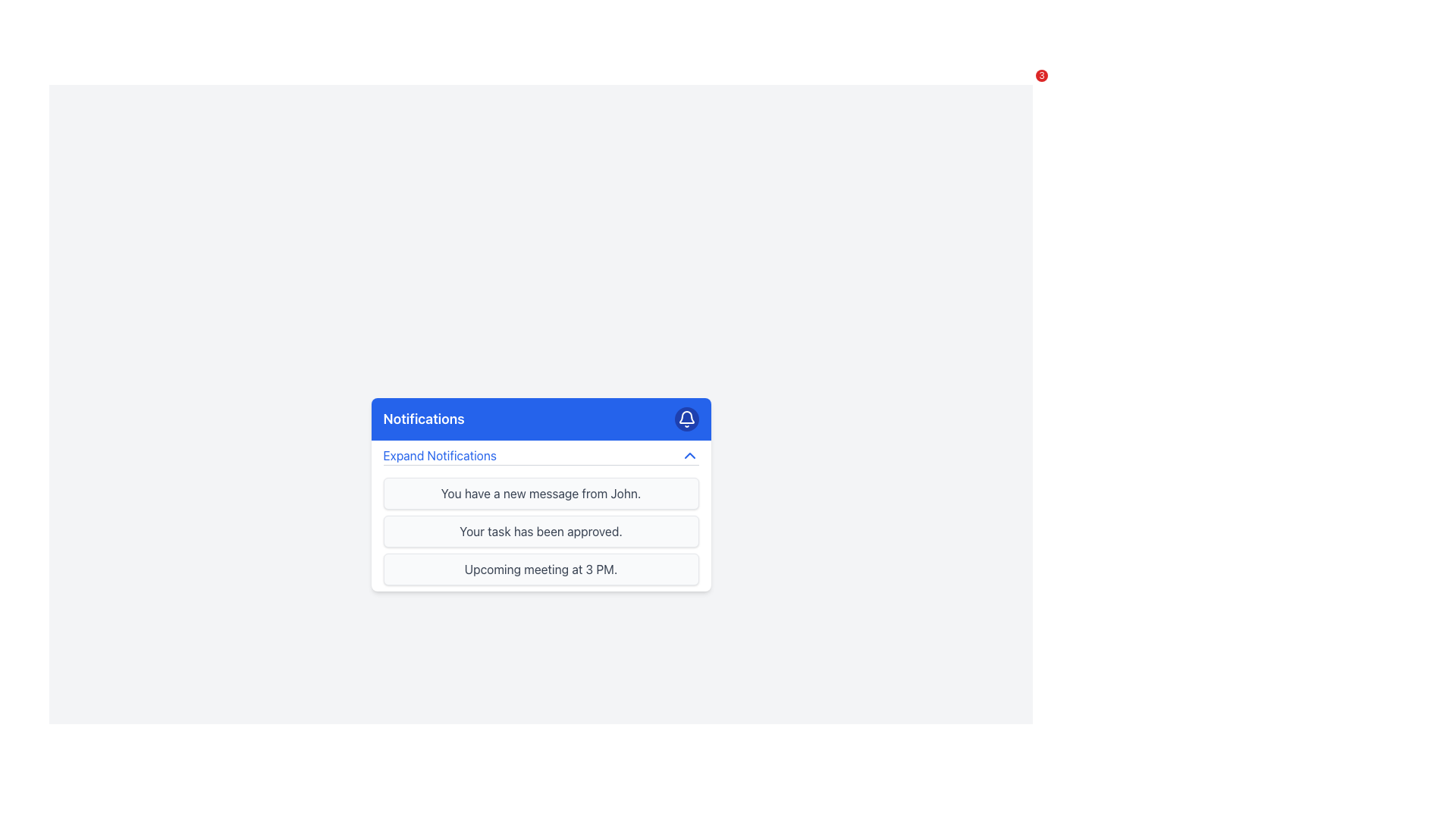 The width and height of the screenshot is (1456, 819). I want to click on the circular blue button with a bell icon located at the top-right corner of the header section labeled 'Notifications', so click(686, 419).